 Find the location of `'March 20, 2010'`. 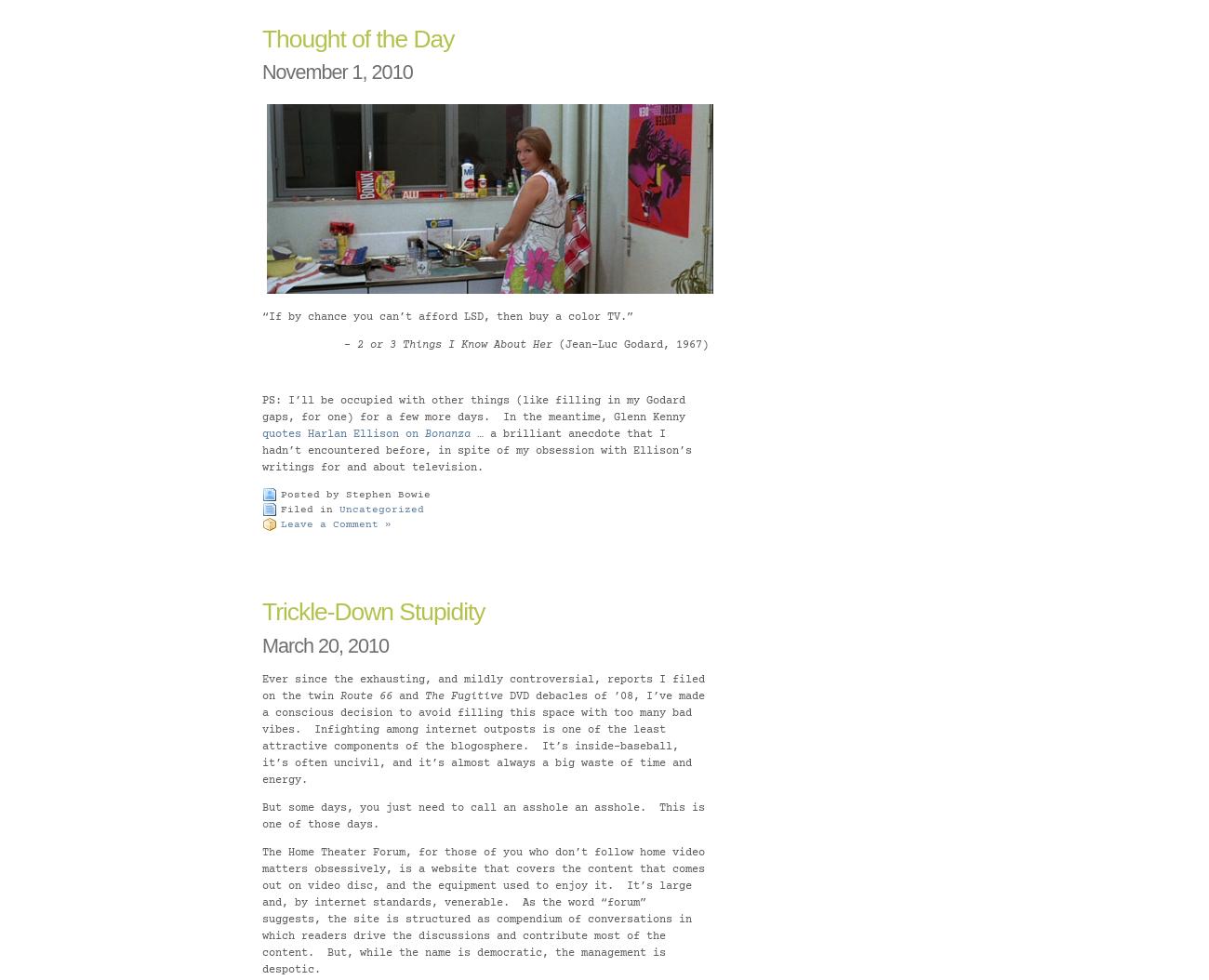

'March 20, 2010' is located at coordinates (324, 644).